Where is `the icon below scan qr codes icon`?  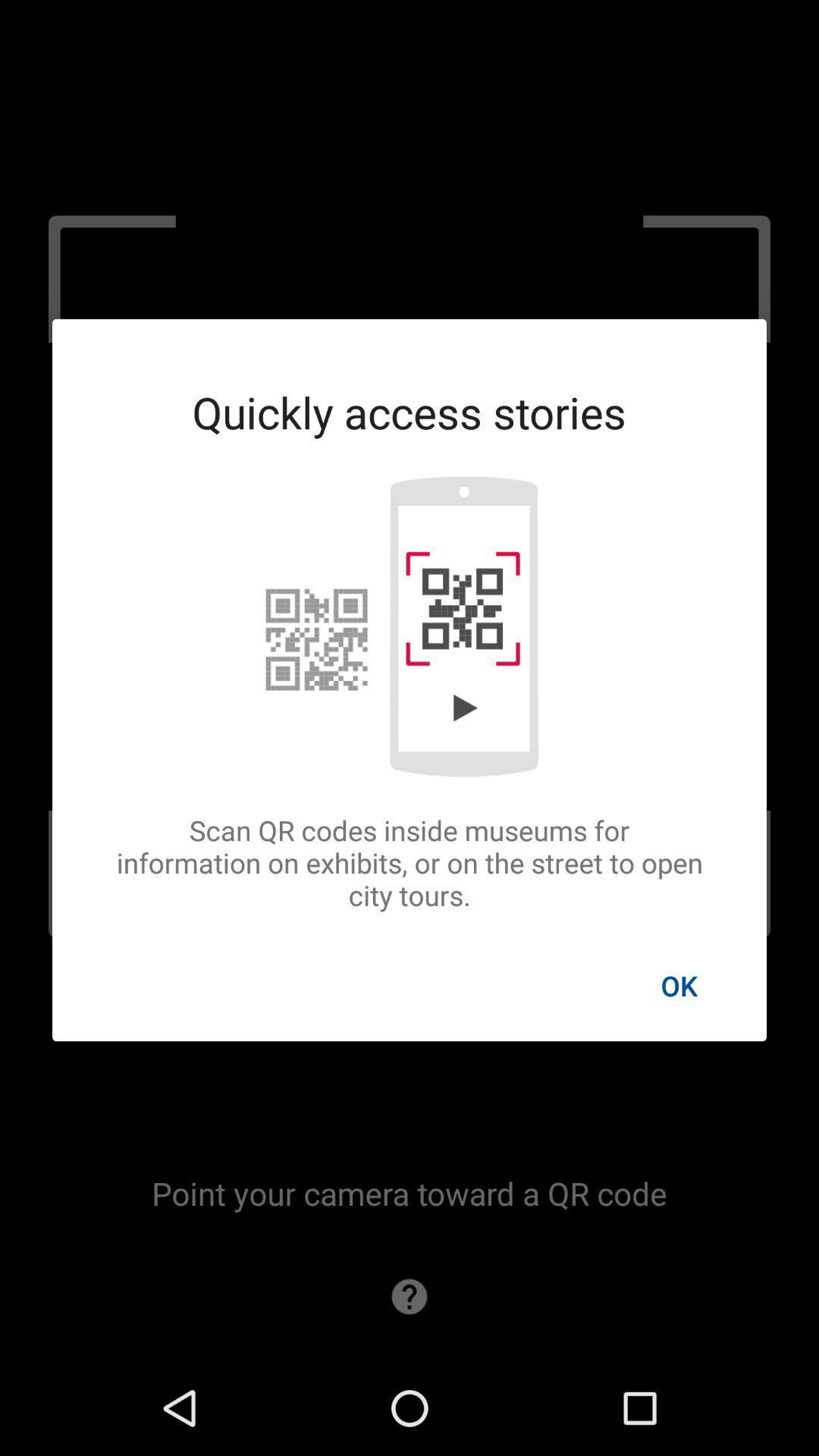 the icon below scan qr codes icon is located at coordinates (678, 985).